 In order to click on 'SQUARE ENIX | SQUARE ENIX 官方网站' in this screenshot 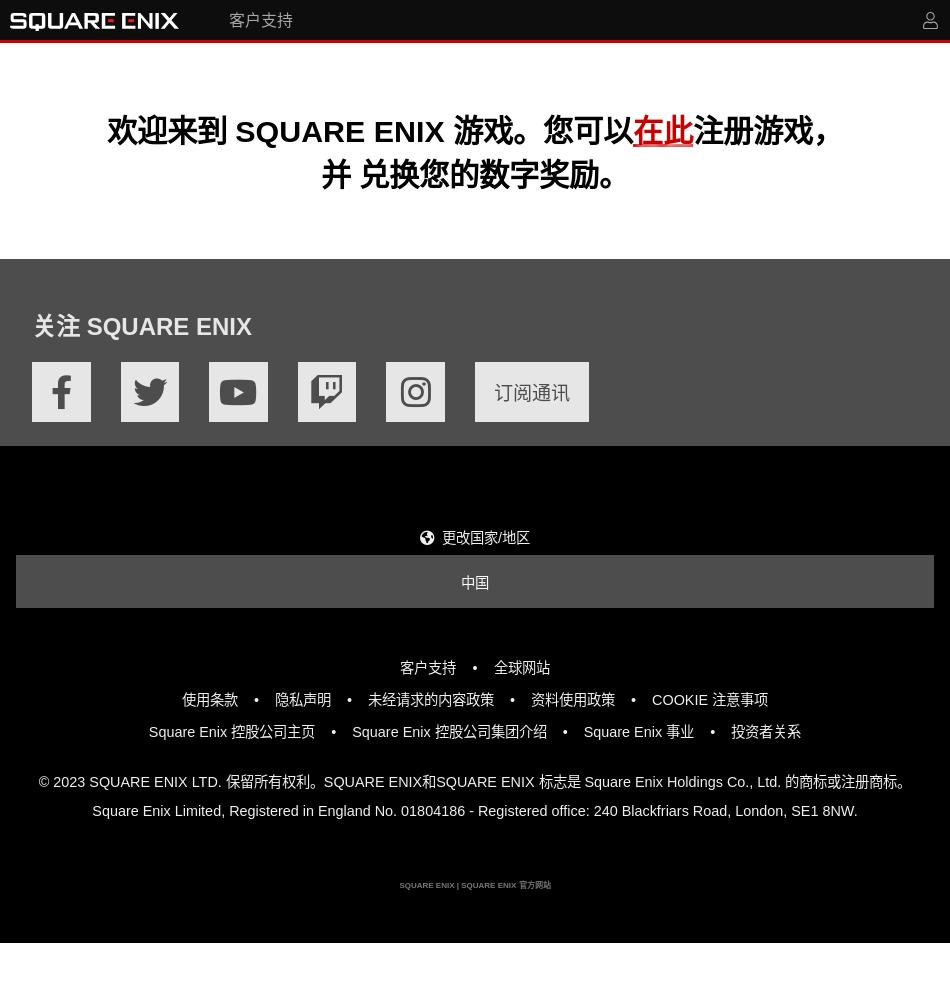, I will do `click(398, 884)`.